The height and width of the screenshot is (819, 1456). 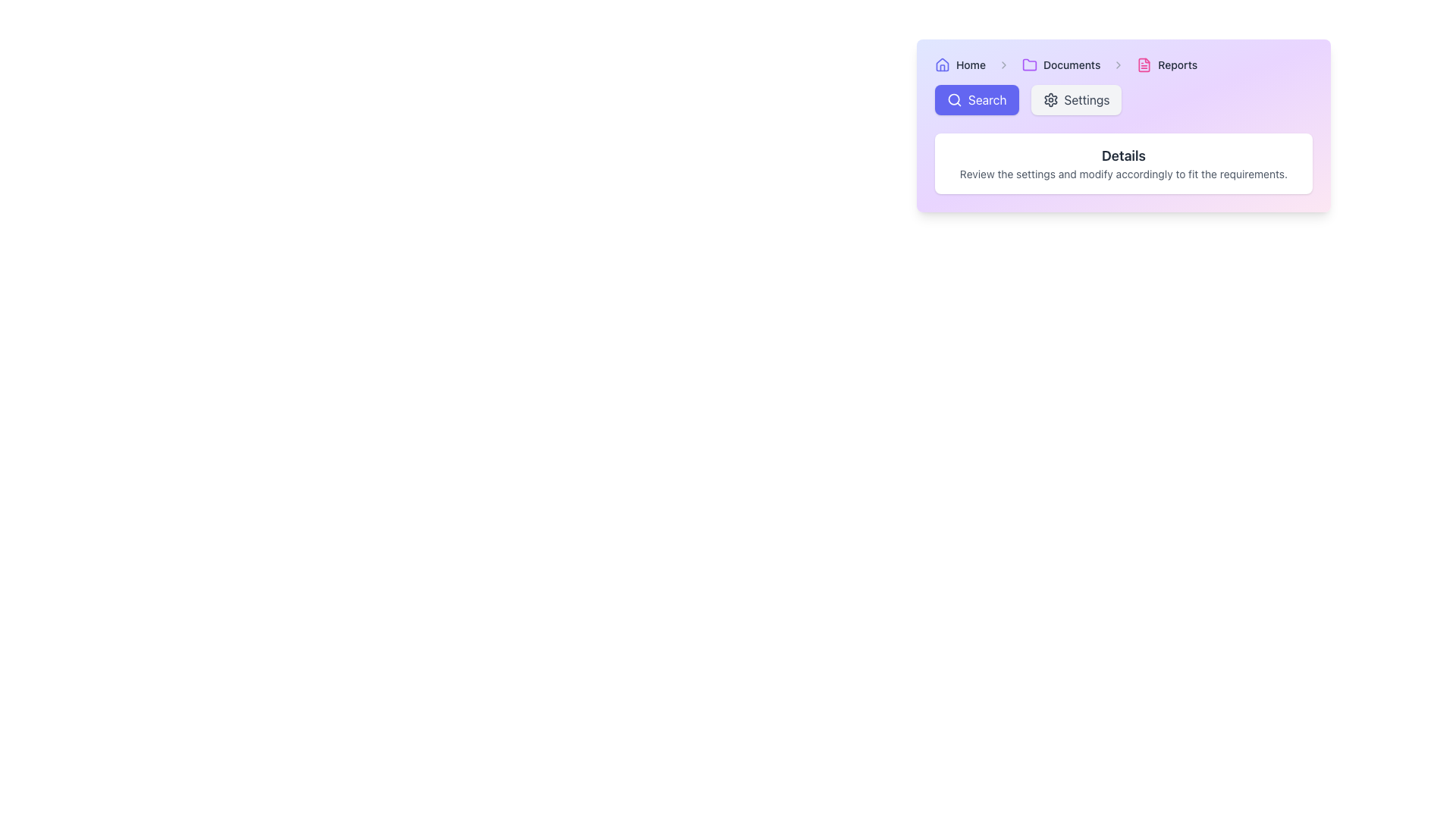 I want to click on the pink document icon in the breadcrumb navigation bar, which is the fourth item labeled 'Reports', so click(x=1144, y=64).